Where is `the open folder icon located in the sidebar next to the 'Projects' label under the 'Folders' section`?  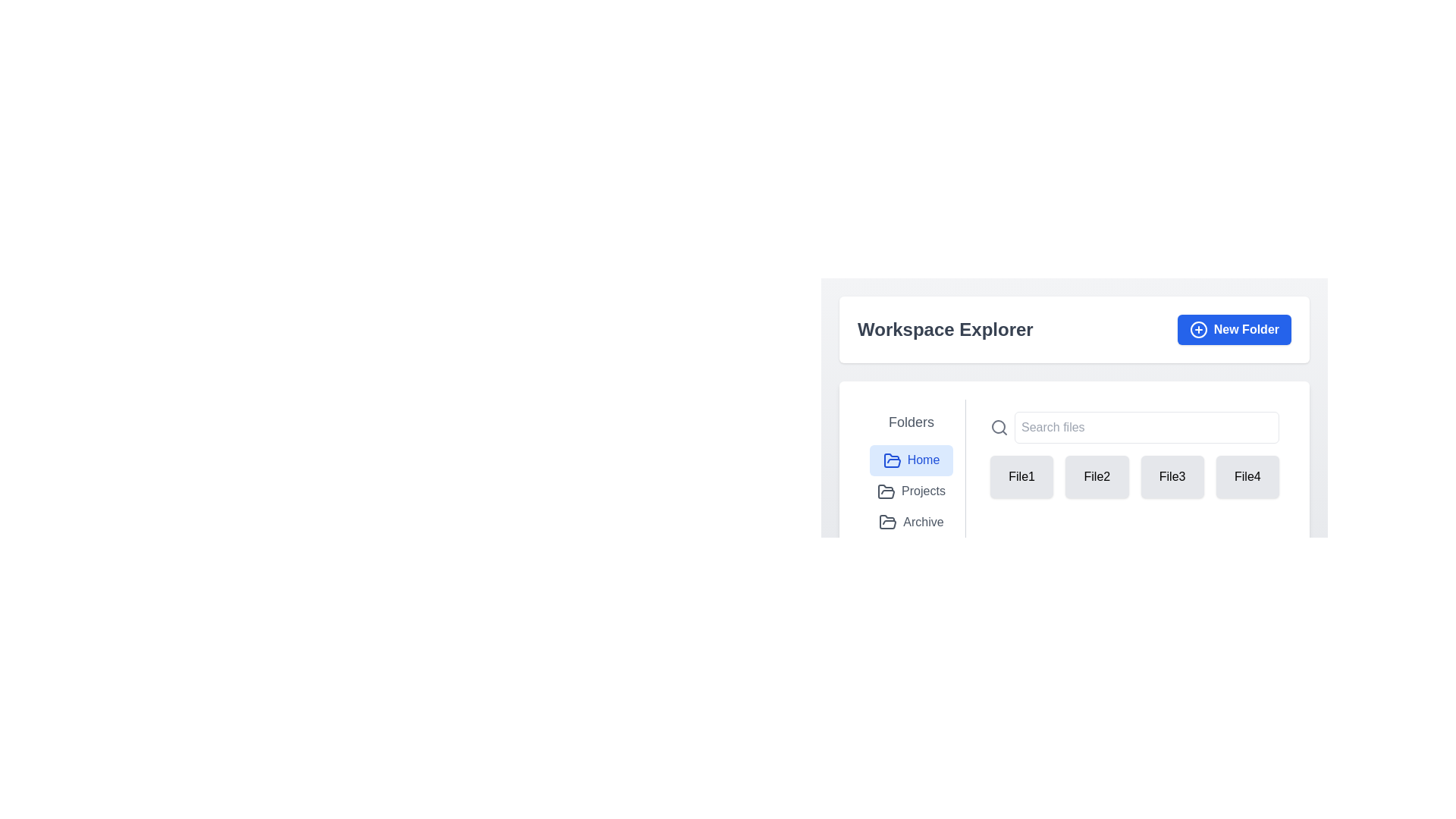 the open folder icon located in the sidebar next to the 'Projects' label under the 'Folders' section is located at coordinates (886, 491).